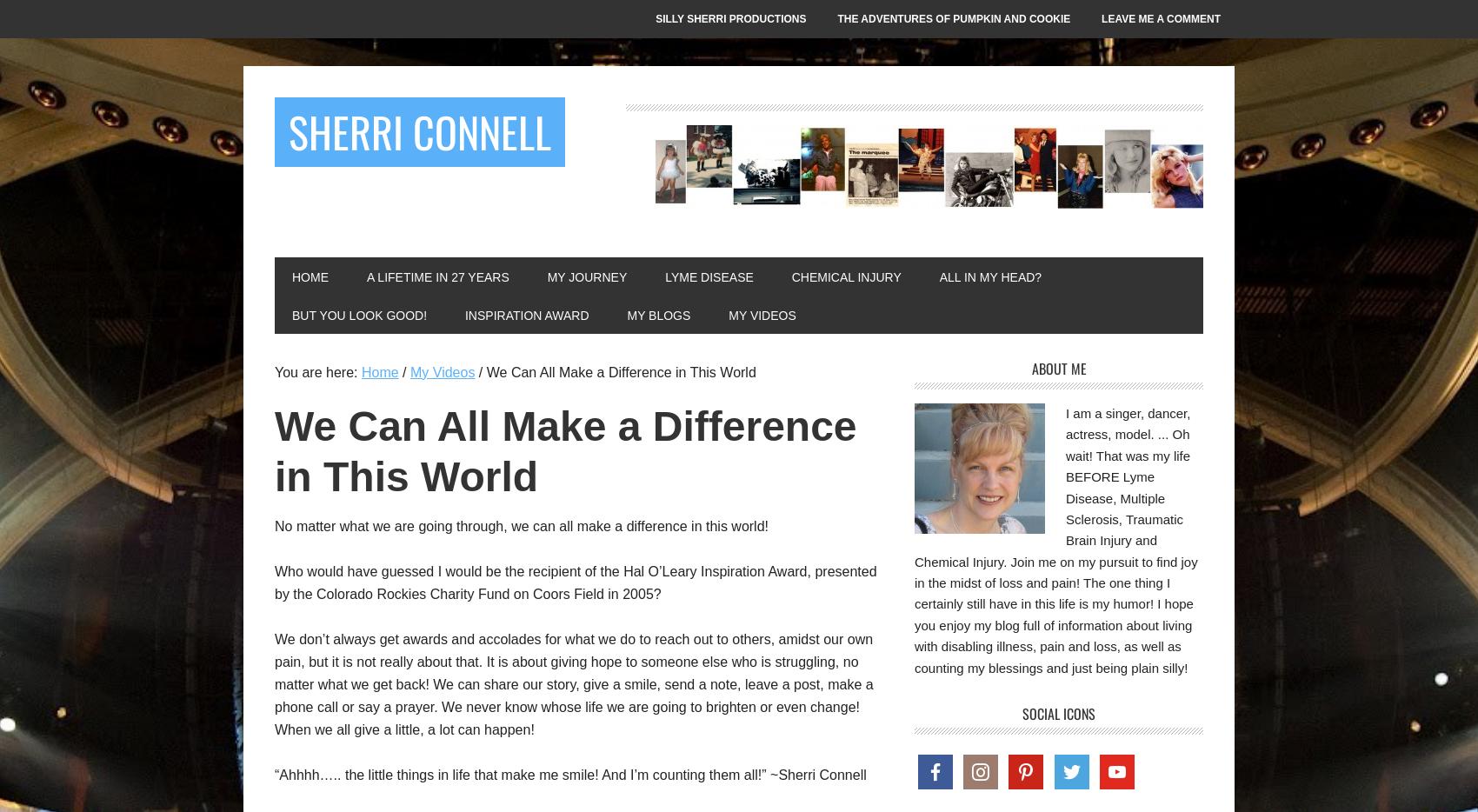 The height and width of the screenshot is (812, 1478). I want to click on 'Inspiration Award', so click(525, 316).